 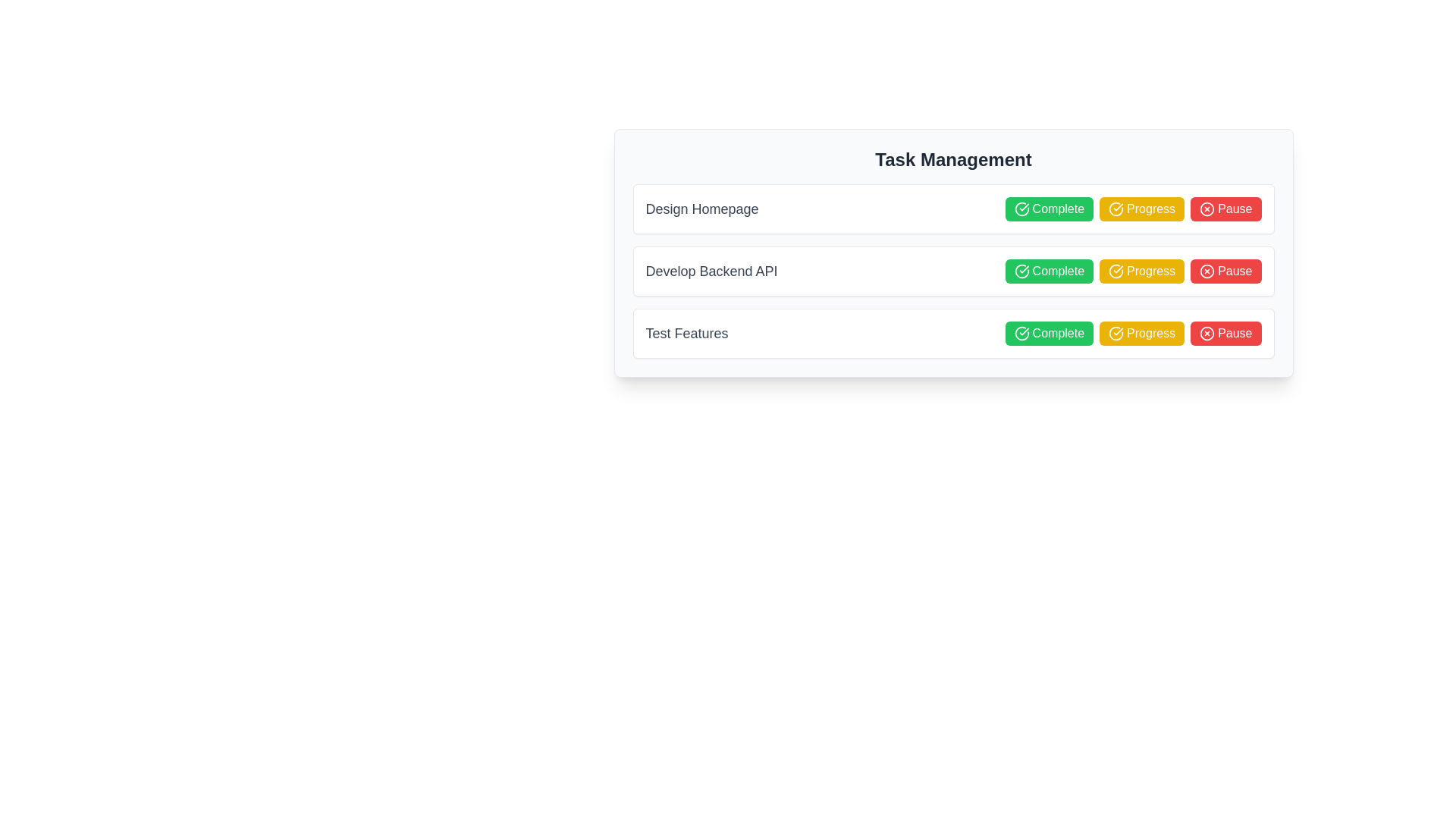 I want to click on the 'Progress' button, which is the second button in the task management section, so click(x=1142, y=271).